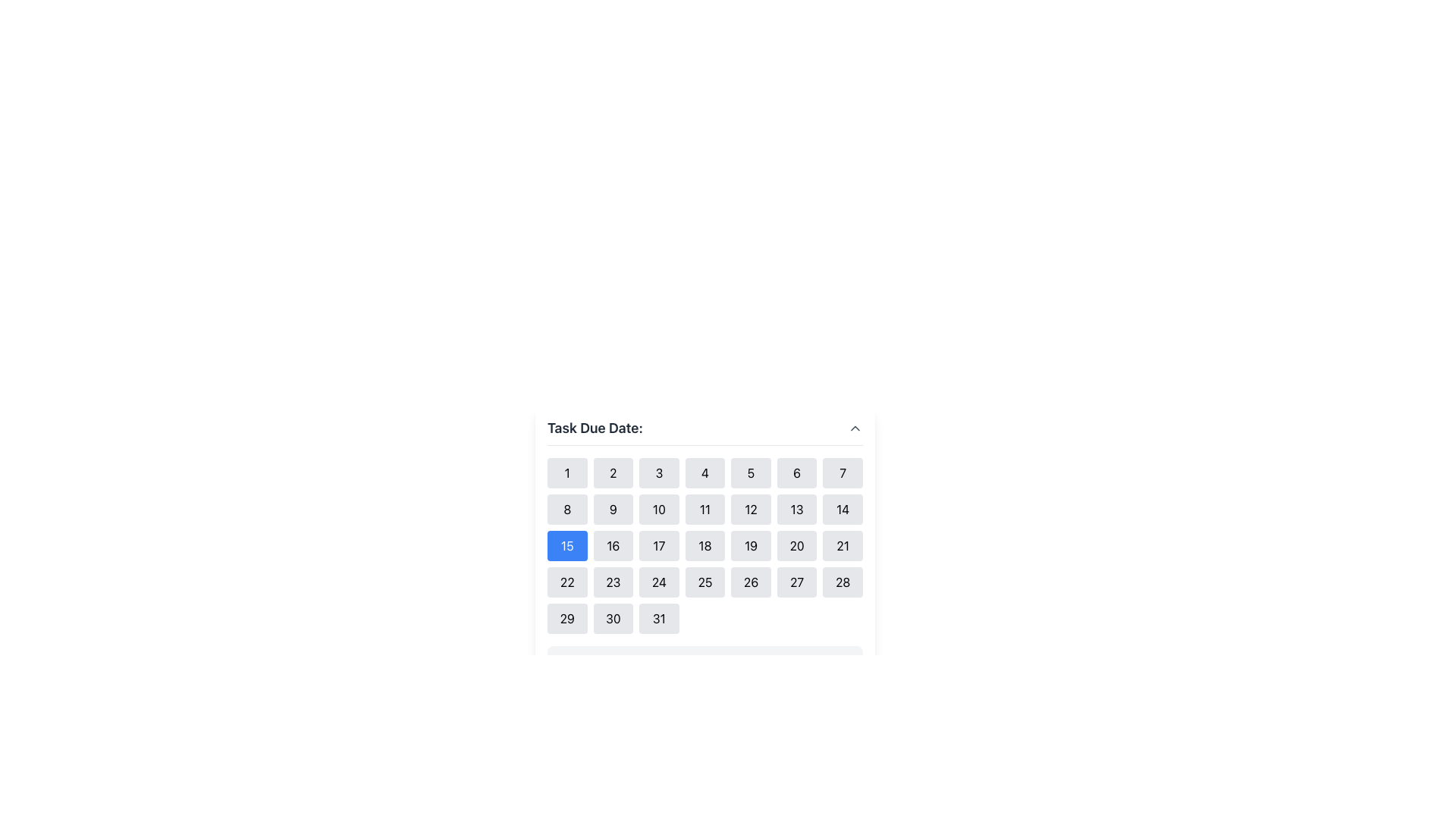 The image size is (1456, 819). I want to click on the rounded rectangular button labeled '22' in the date selection grid under 'Task Due Date' for keyboard interaction, so click(566, 581).